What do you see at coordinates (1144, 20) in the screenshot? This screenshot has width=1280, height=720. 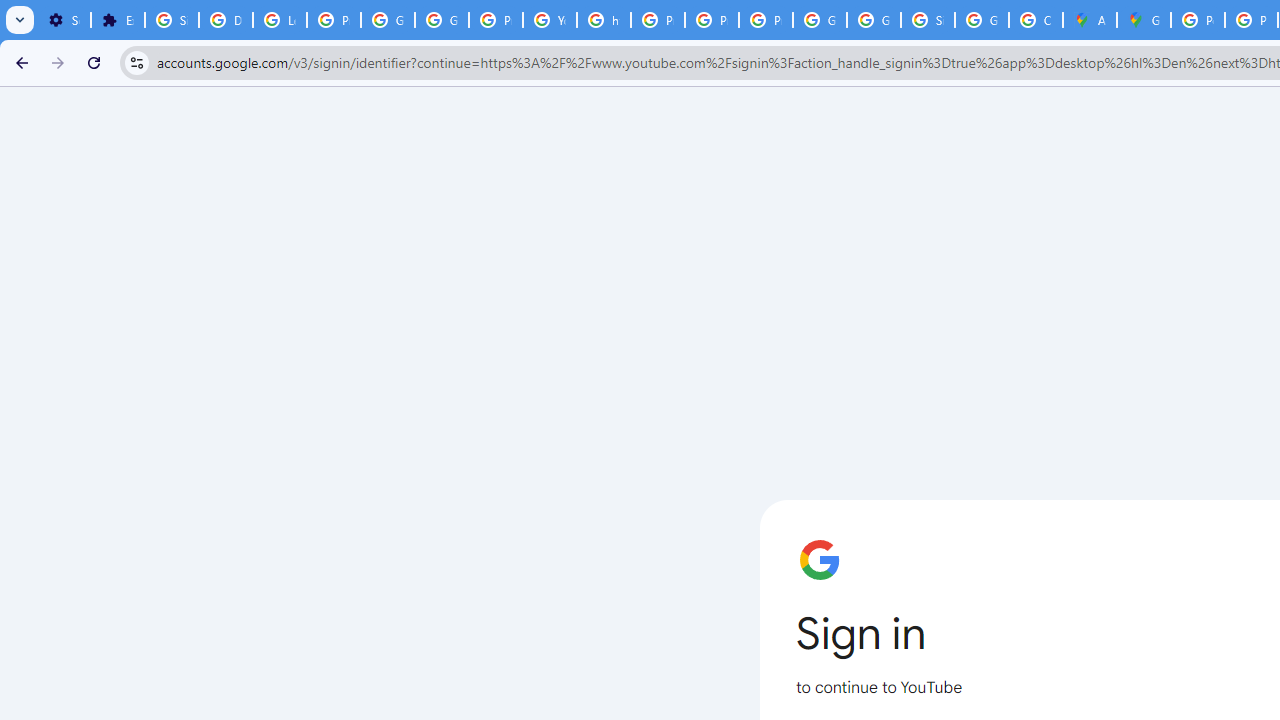 I see `'Google Maps'` at bounding box center [1144, 20].